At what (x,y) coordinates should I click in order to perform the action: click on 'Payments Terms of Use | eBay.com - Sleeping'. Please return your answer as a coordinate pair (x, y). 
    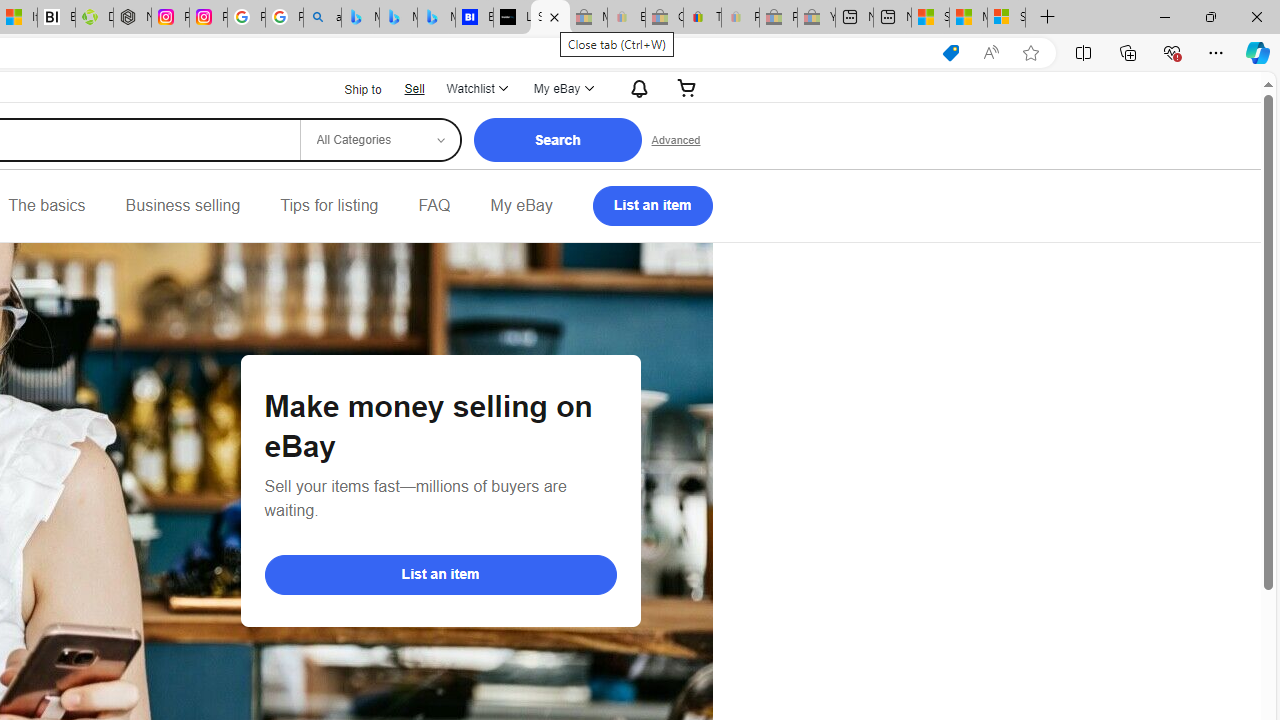
    Looking at the image, I should click on (739, 17).